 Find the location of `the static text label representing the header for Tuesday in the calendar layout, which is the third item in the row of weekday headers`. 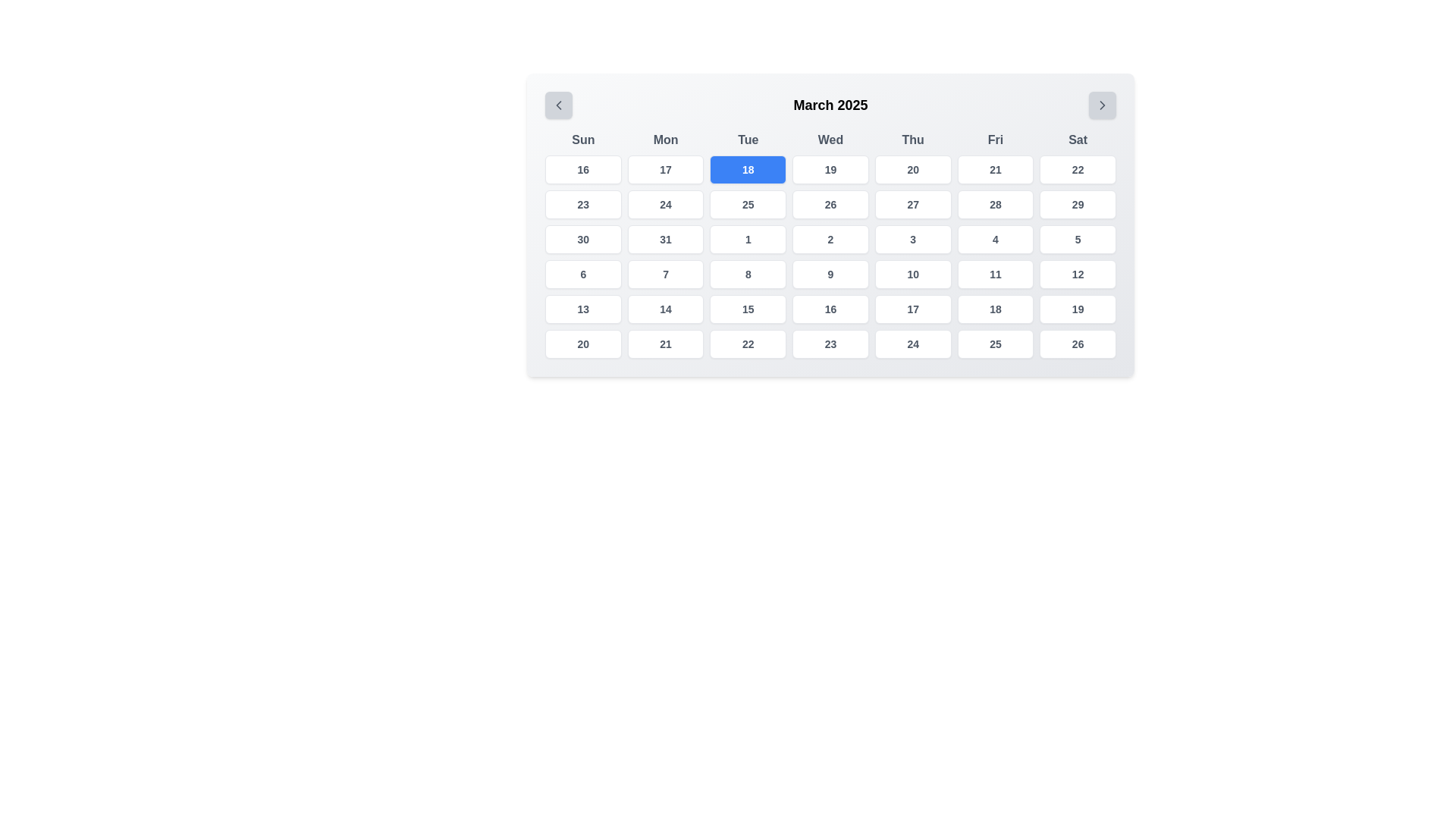

the static text label representing the header for Tuesday in the calendar layout, which is the third item in the row of weekday headers is located at coordinates (748, 140).